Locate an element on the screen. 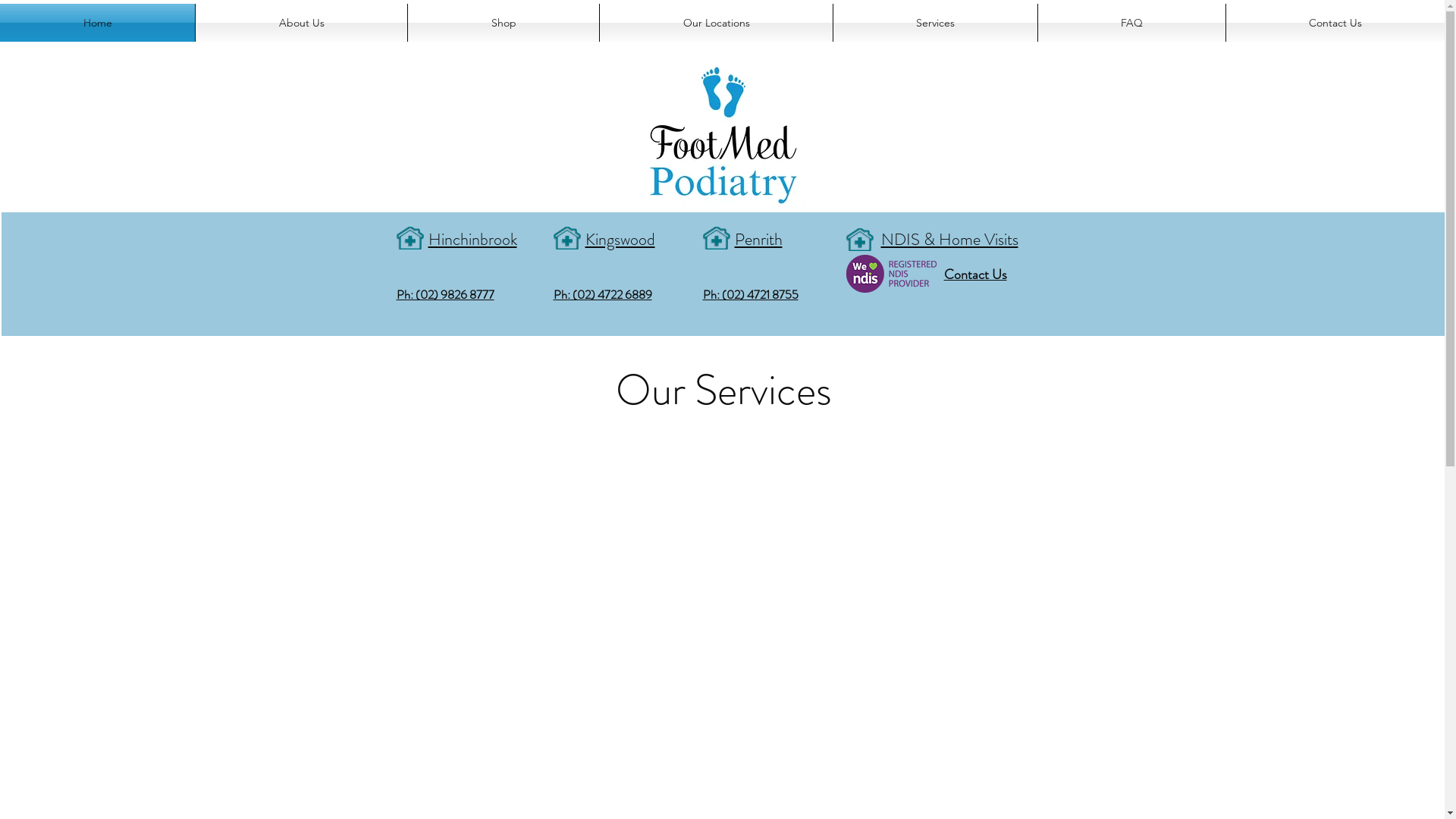  'Services' is located at coordinates (934, 23).